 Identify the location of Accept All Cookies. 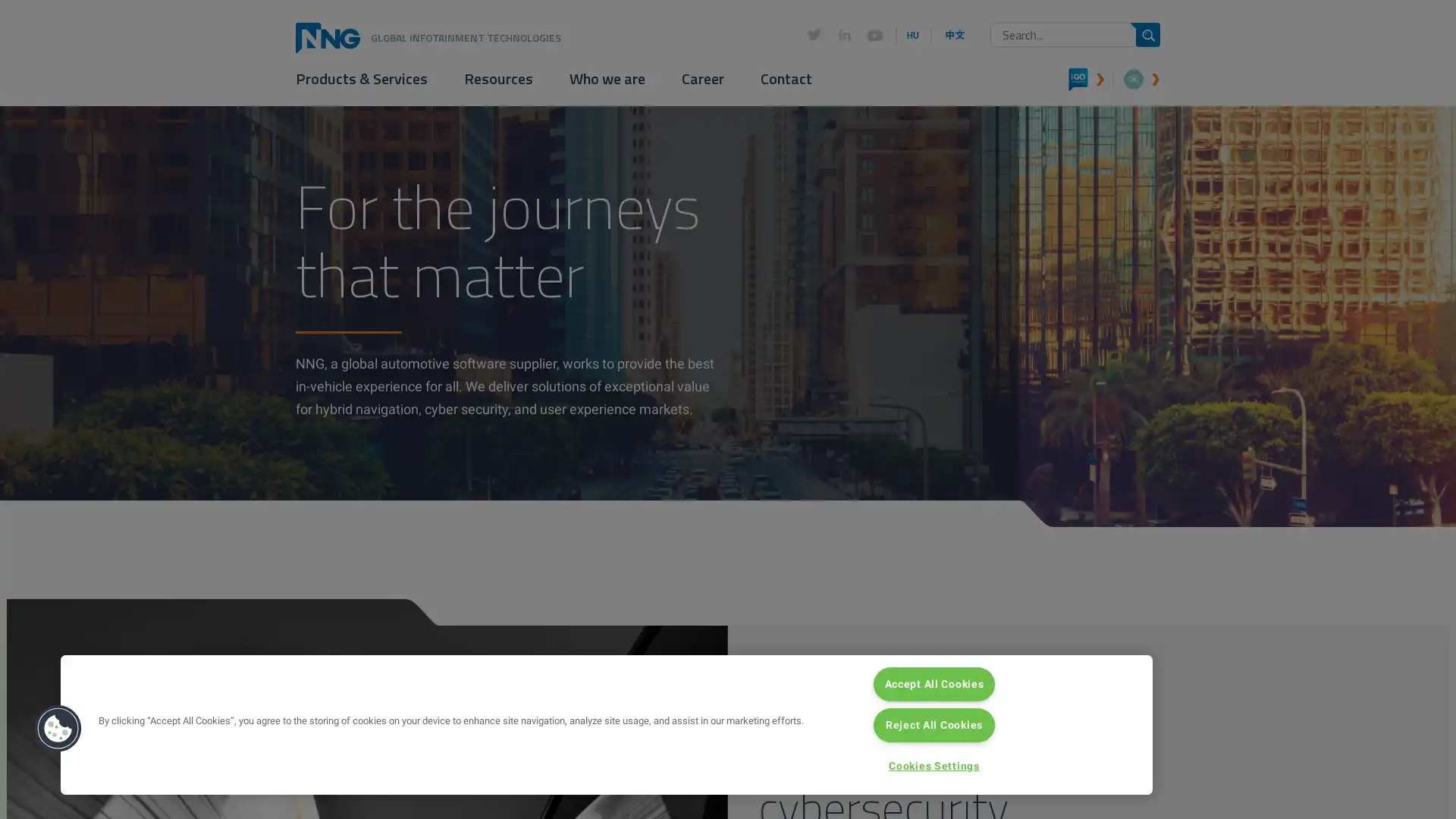
(934, 683).